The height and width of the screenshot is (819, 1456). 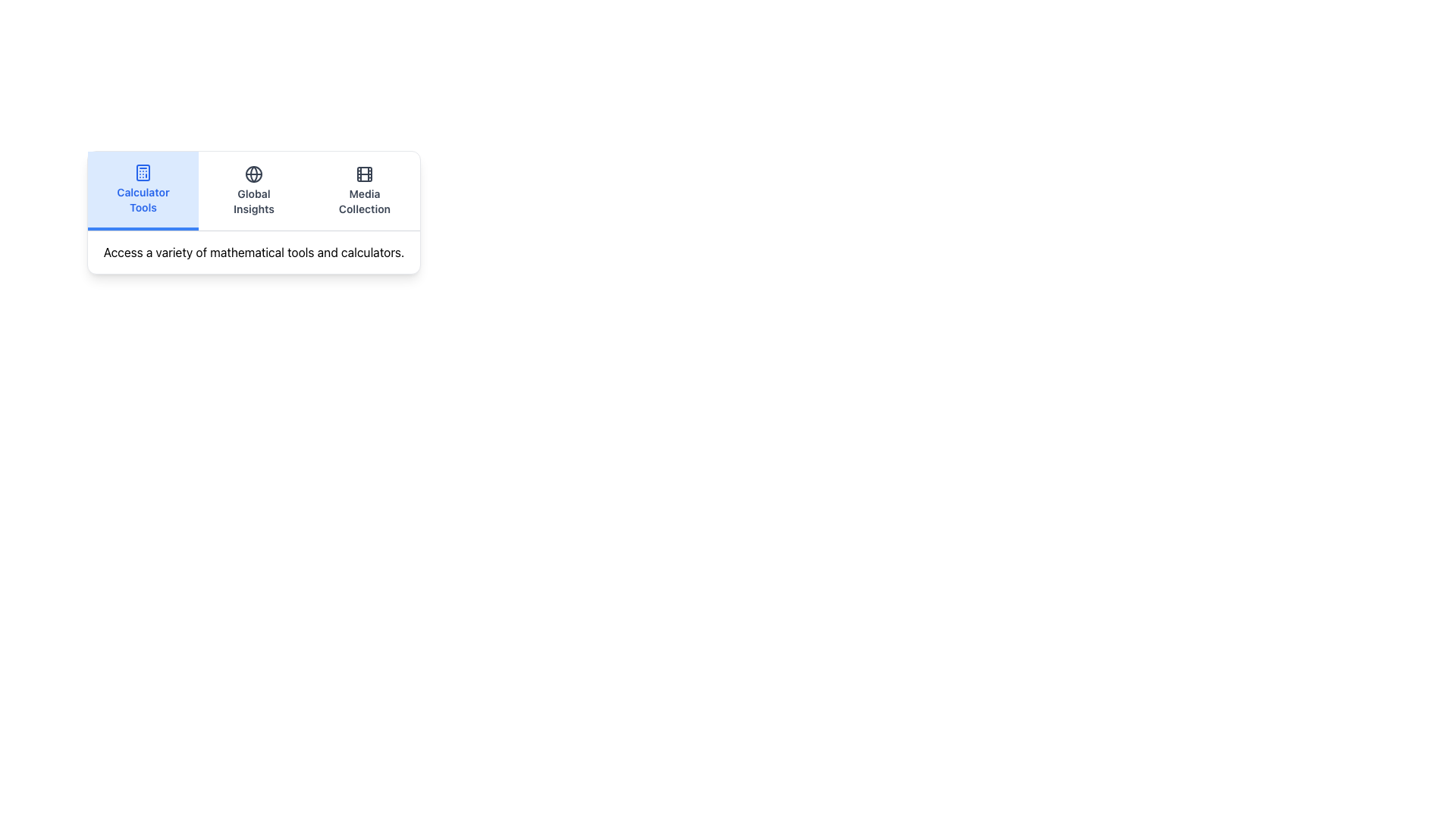 What do you see at coordinates (254, 251) in the screenshot?
I see `text content 'Access a variety of mathematical tools and calculators.' located at the bottom section of the card beneath the 'Calculator Tools' tab` at bounding box center [254, 251].